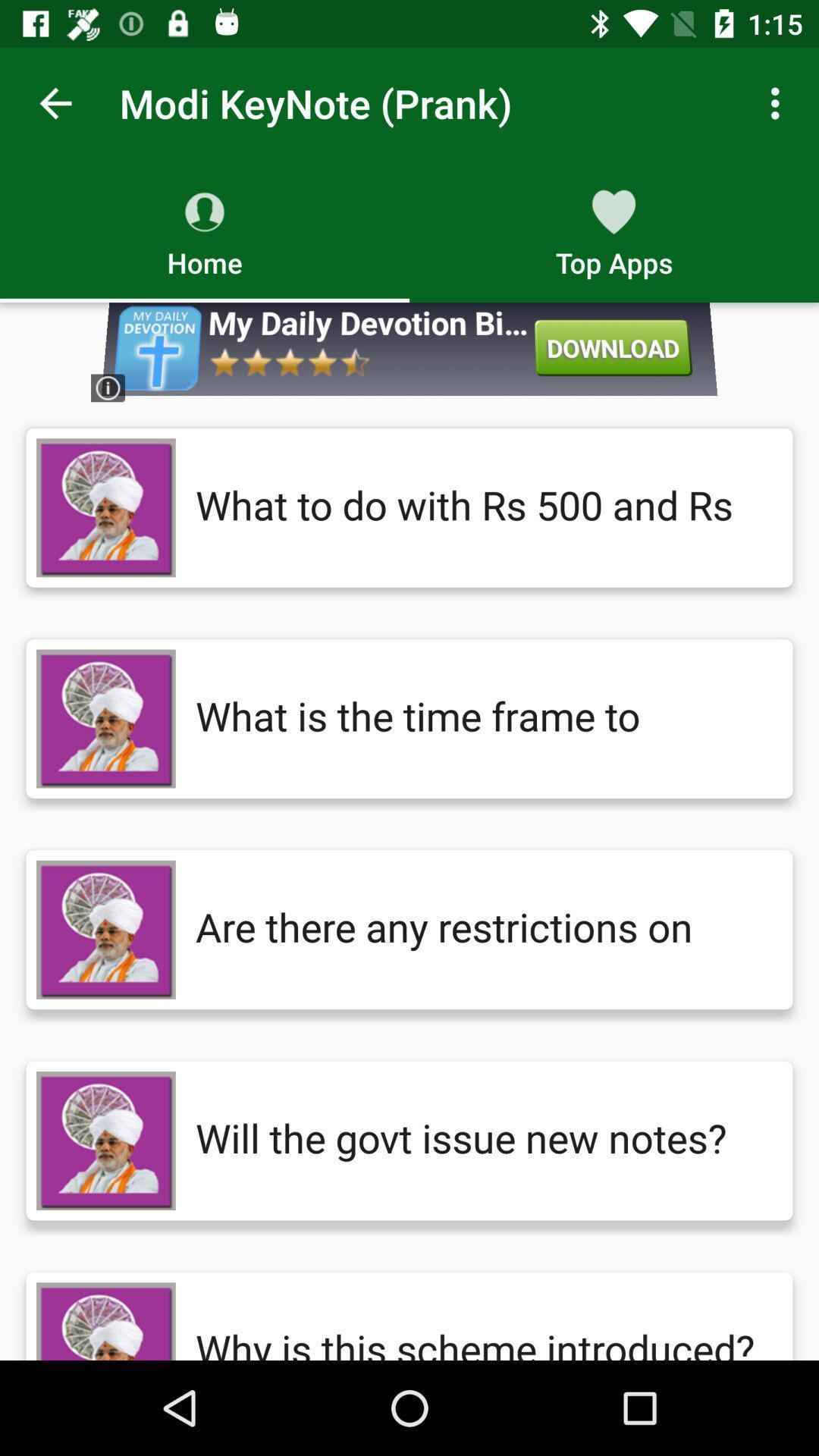  I want to click on the app next to the modi keynote (prank) icon, so click(779, 102).